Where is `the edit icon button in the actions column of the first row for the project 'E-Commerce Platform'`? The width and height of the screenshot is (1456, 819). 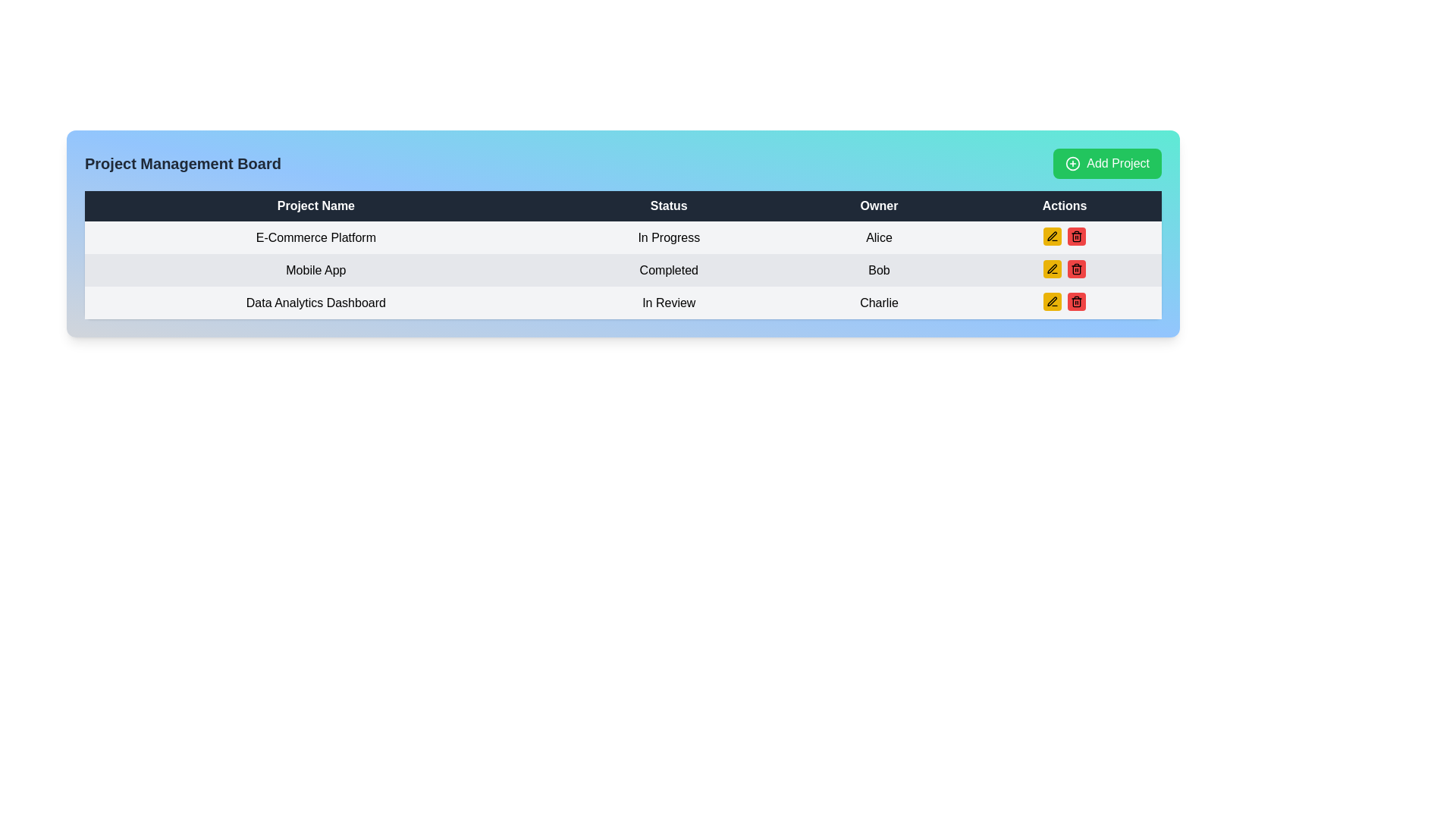
the edit icon button in the actions column of the first row for the project 'E-Commerce Platform' is located at coordinates (1051, 237).